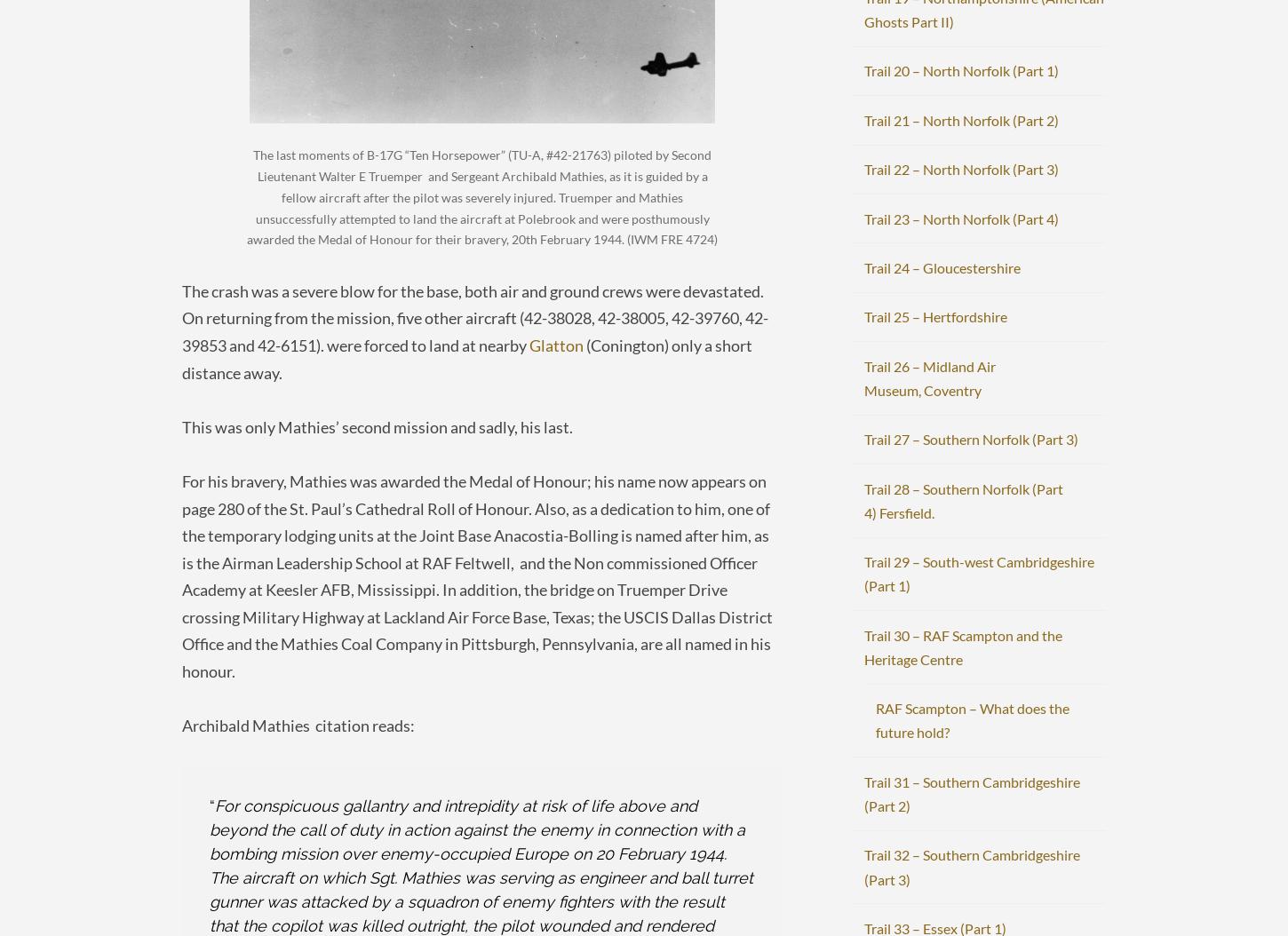 This screenshot has width=1288, height=936. What do you see at coordinates (298, 724) in the screenshot?
I see `'Archibald Mathies  citation reads:'` at bounding box center [298, 724].